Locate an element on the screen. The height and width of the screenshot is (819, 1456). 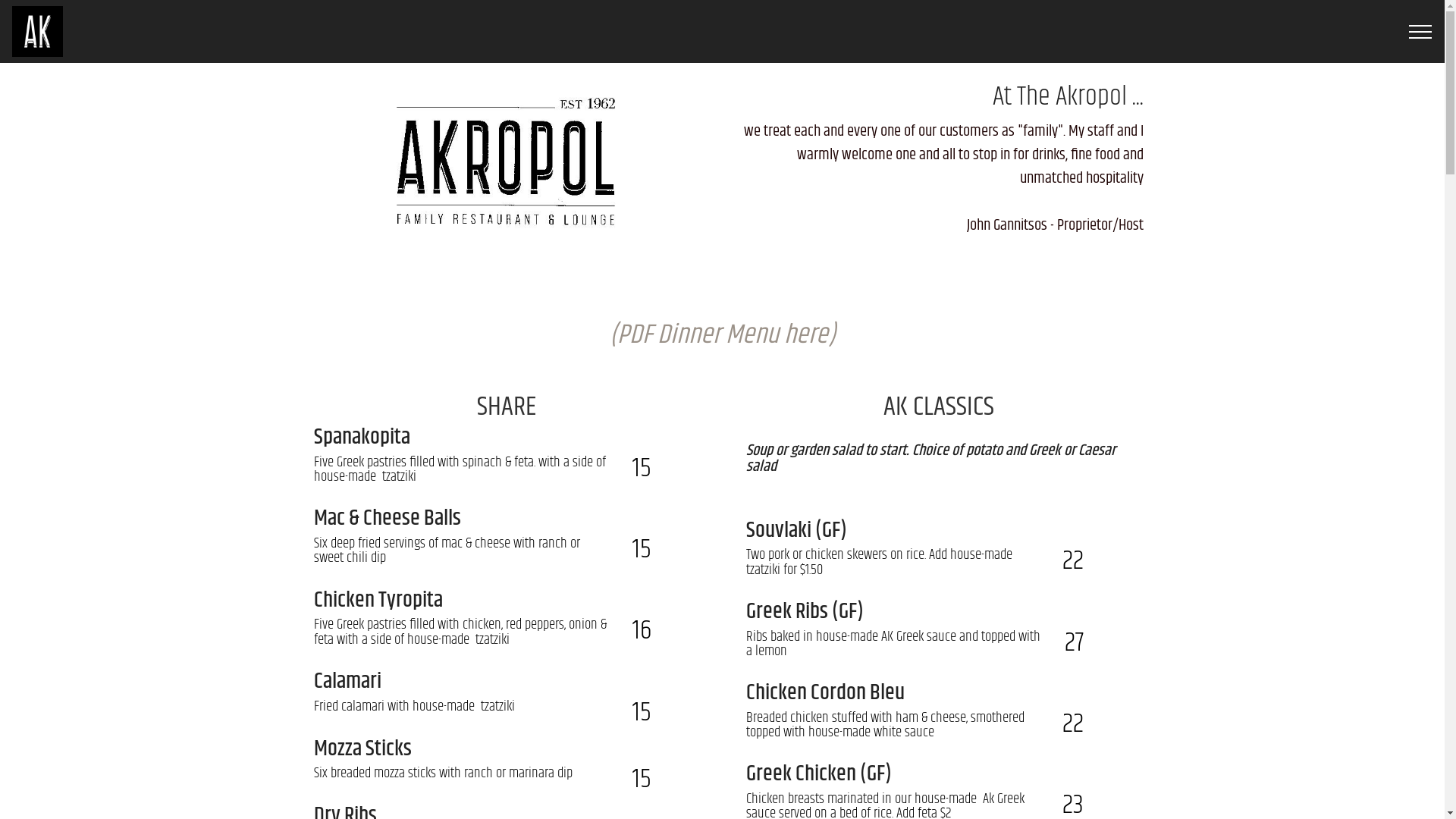
'(PDF Dinner Menu here)' is located at coordinates (722, 334).